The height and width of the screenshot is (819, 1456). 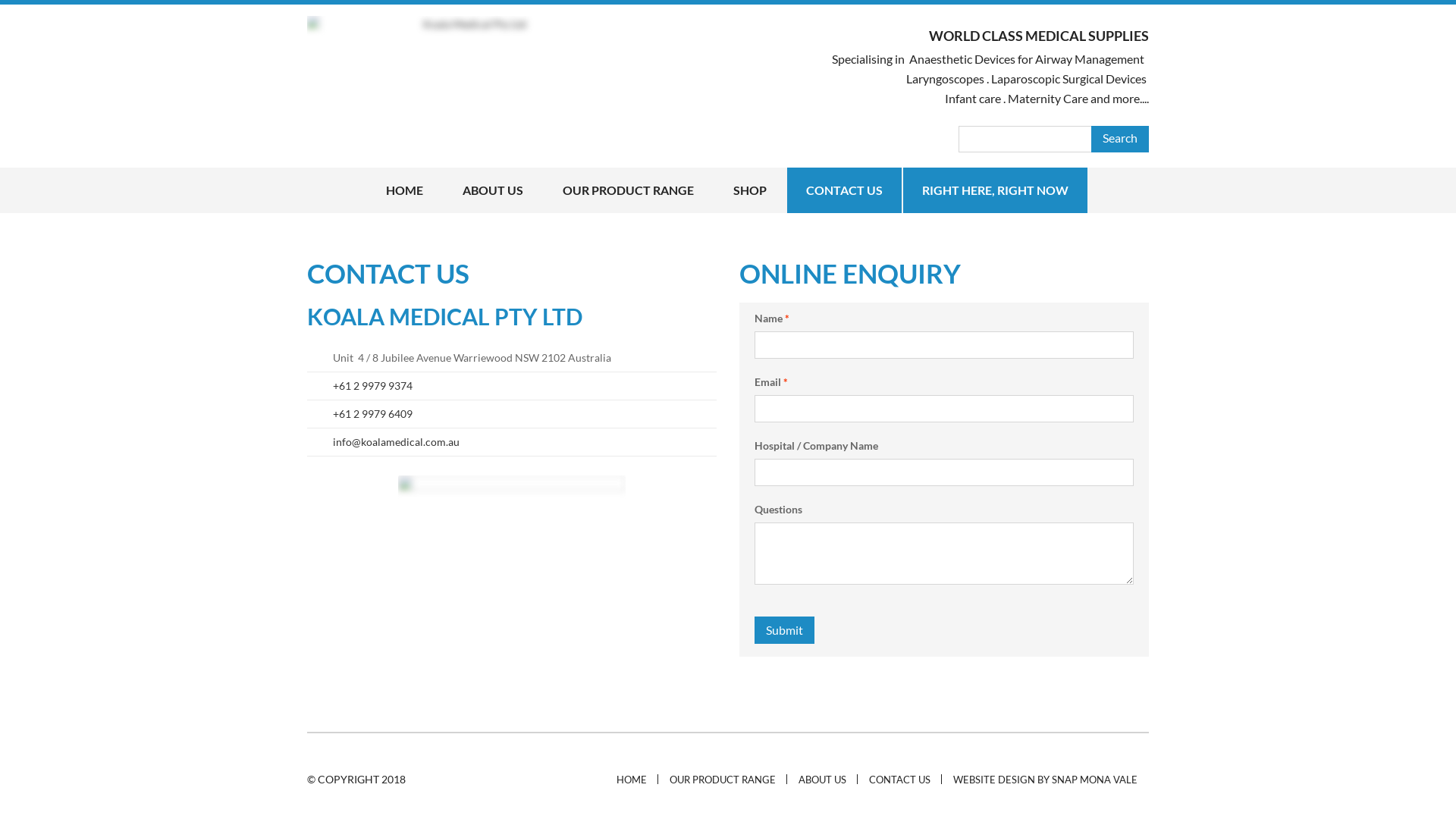 I want to click on 'OUR PRODUCT RANGE', so click(x=628, y=189).